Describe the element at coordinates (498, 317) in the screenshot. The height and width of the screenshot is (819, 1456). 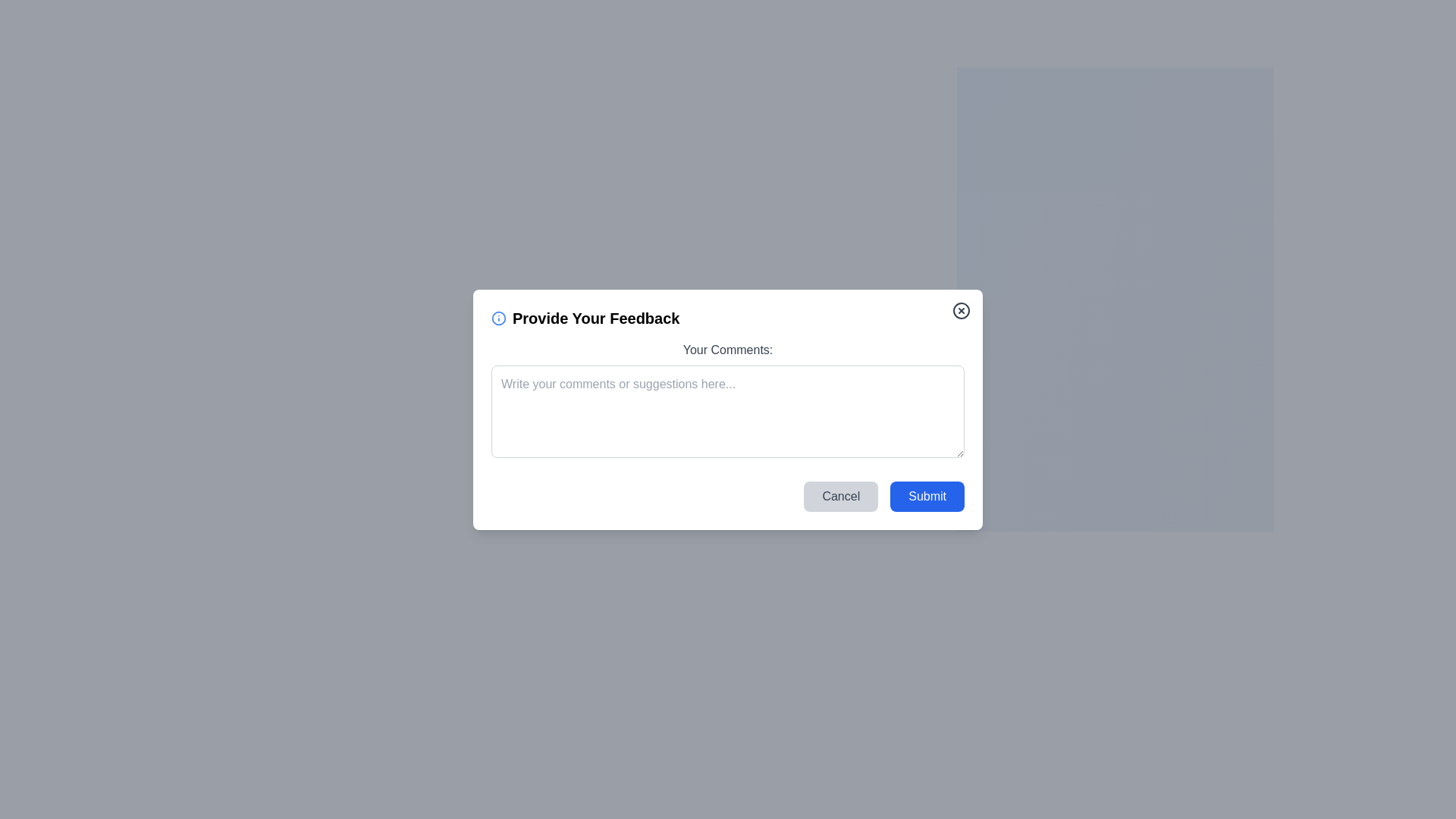
I see `the help icon located at the beginning of the header, immediately to the left of the 'Provide Your Feedback' text` at that location.